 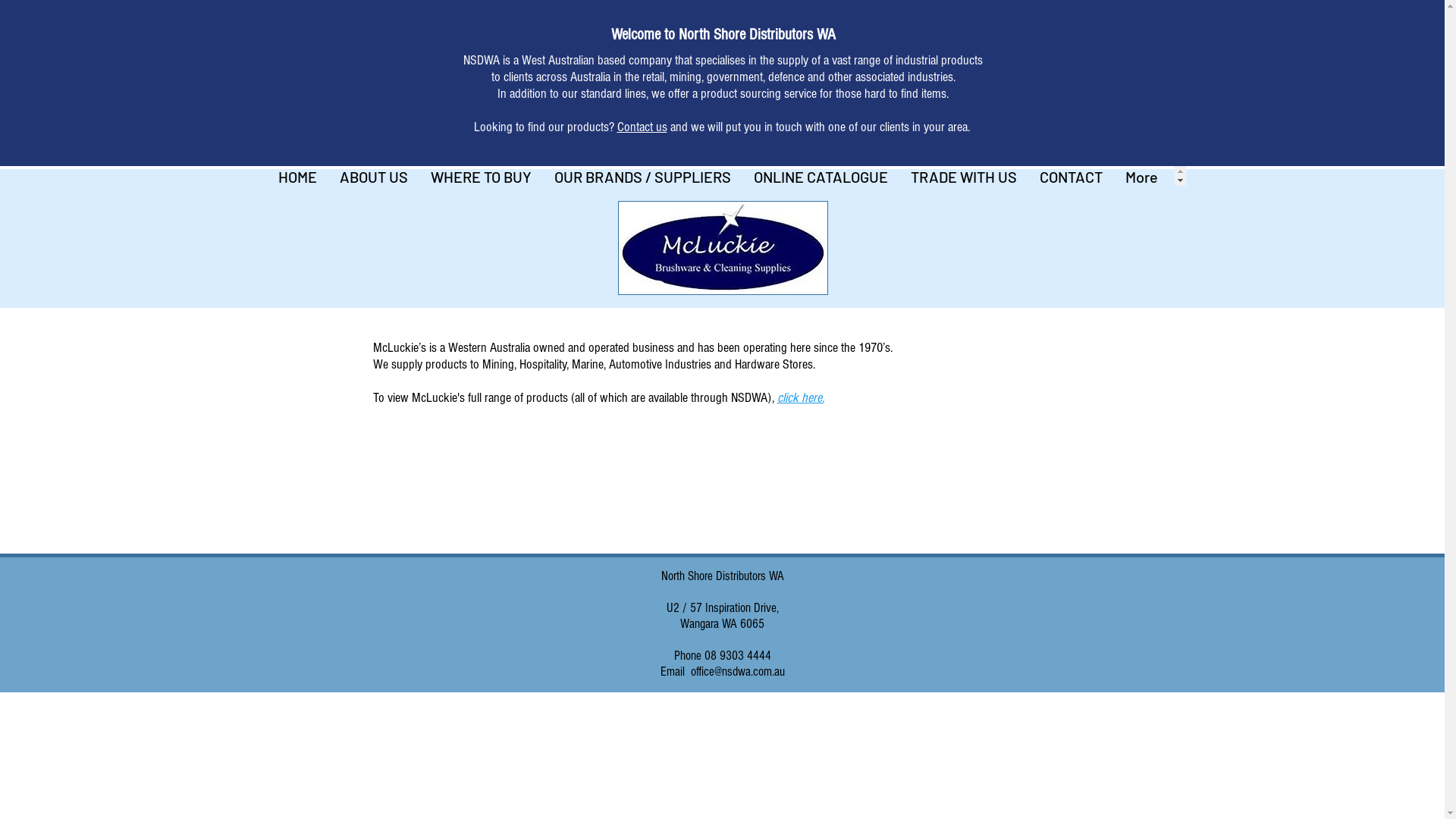 I want to click on 'WHERE TO BUY', so click(x=479, y=174).